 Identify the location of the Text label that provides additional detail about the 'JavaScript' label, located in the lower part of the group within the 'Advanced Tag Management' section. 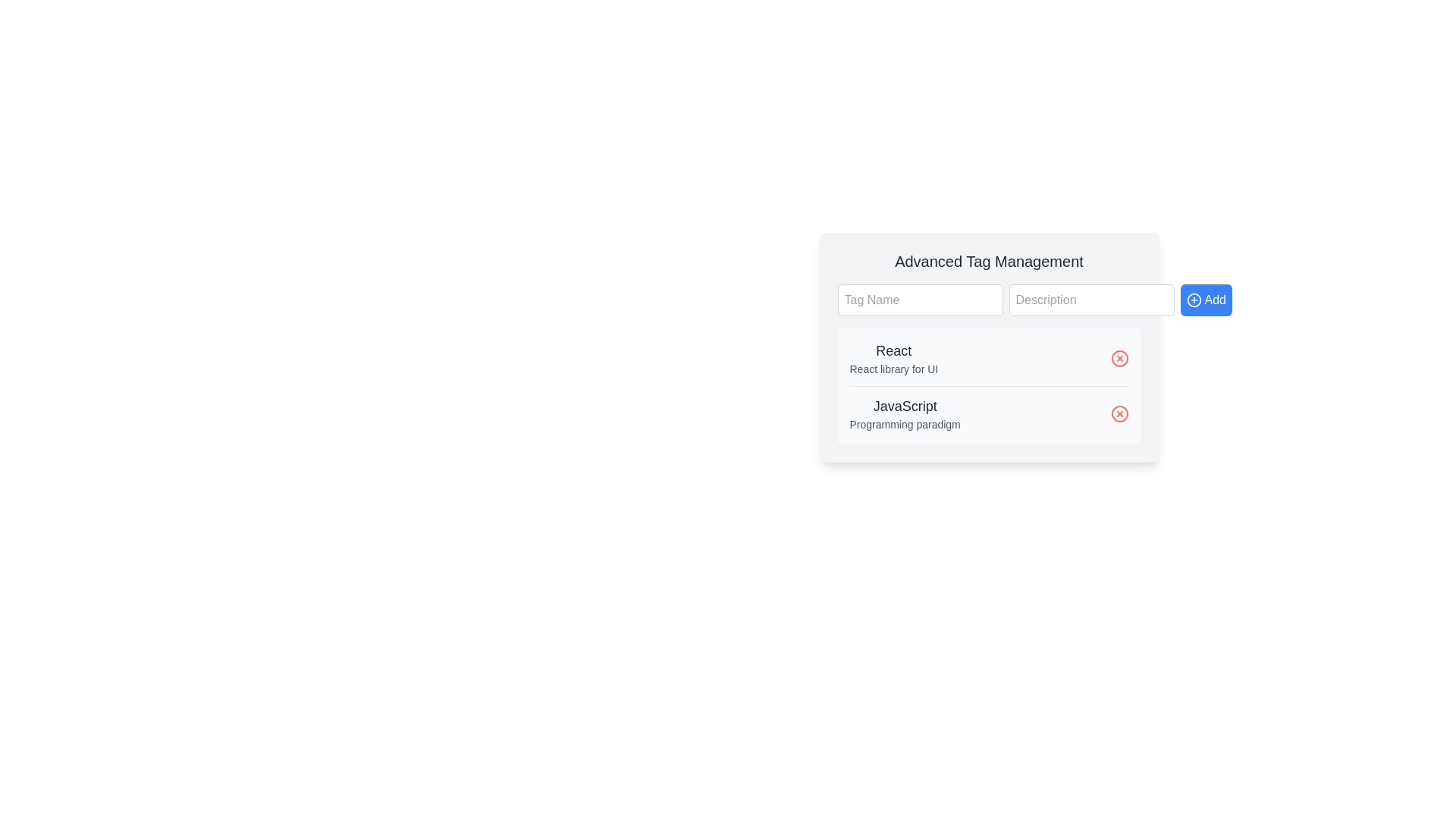
(905, 424).